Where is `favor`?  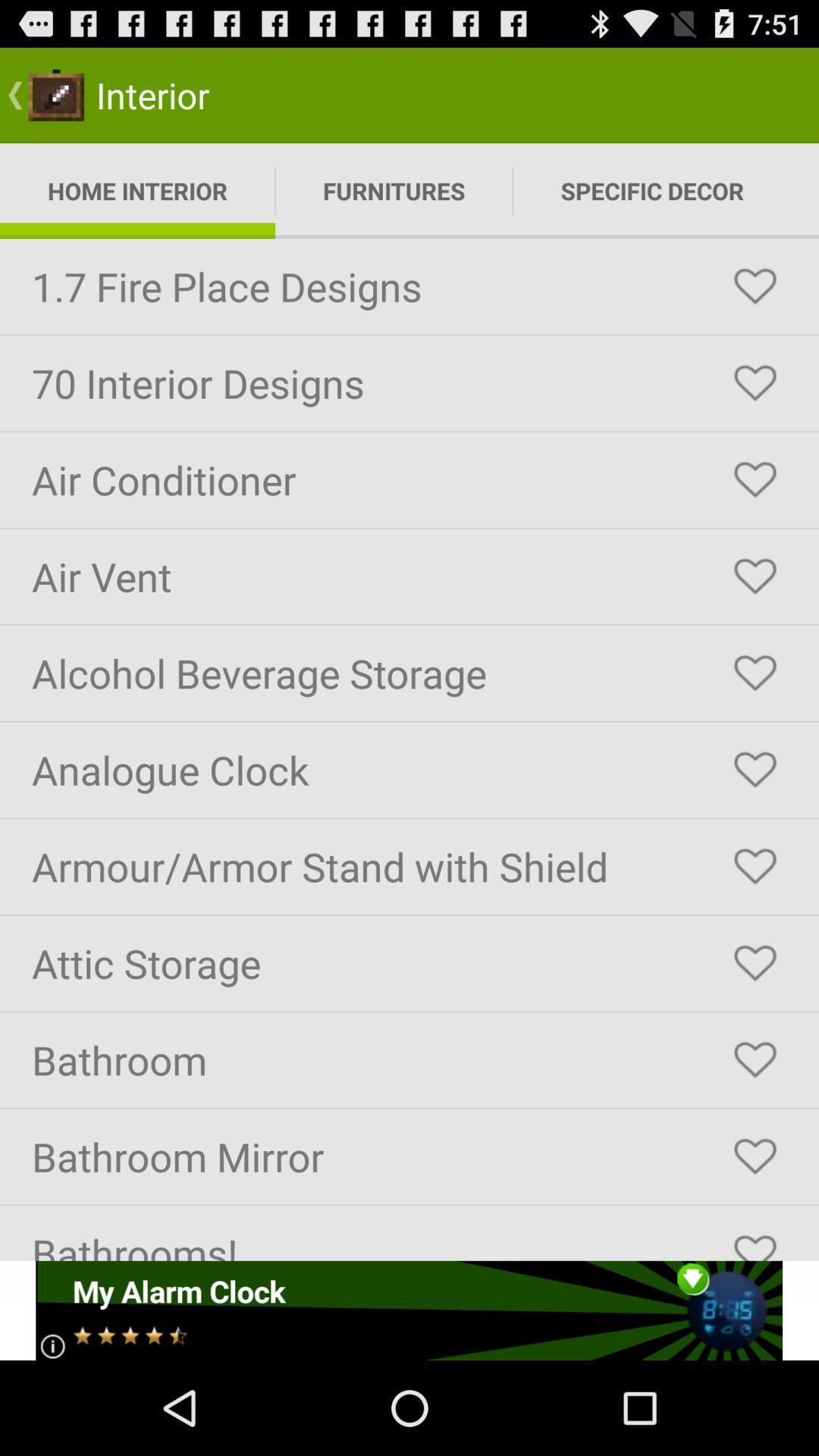 favor is located at coordinates (755, 673).